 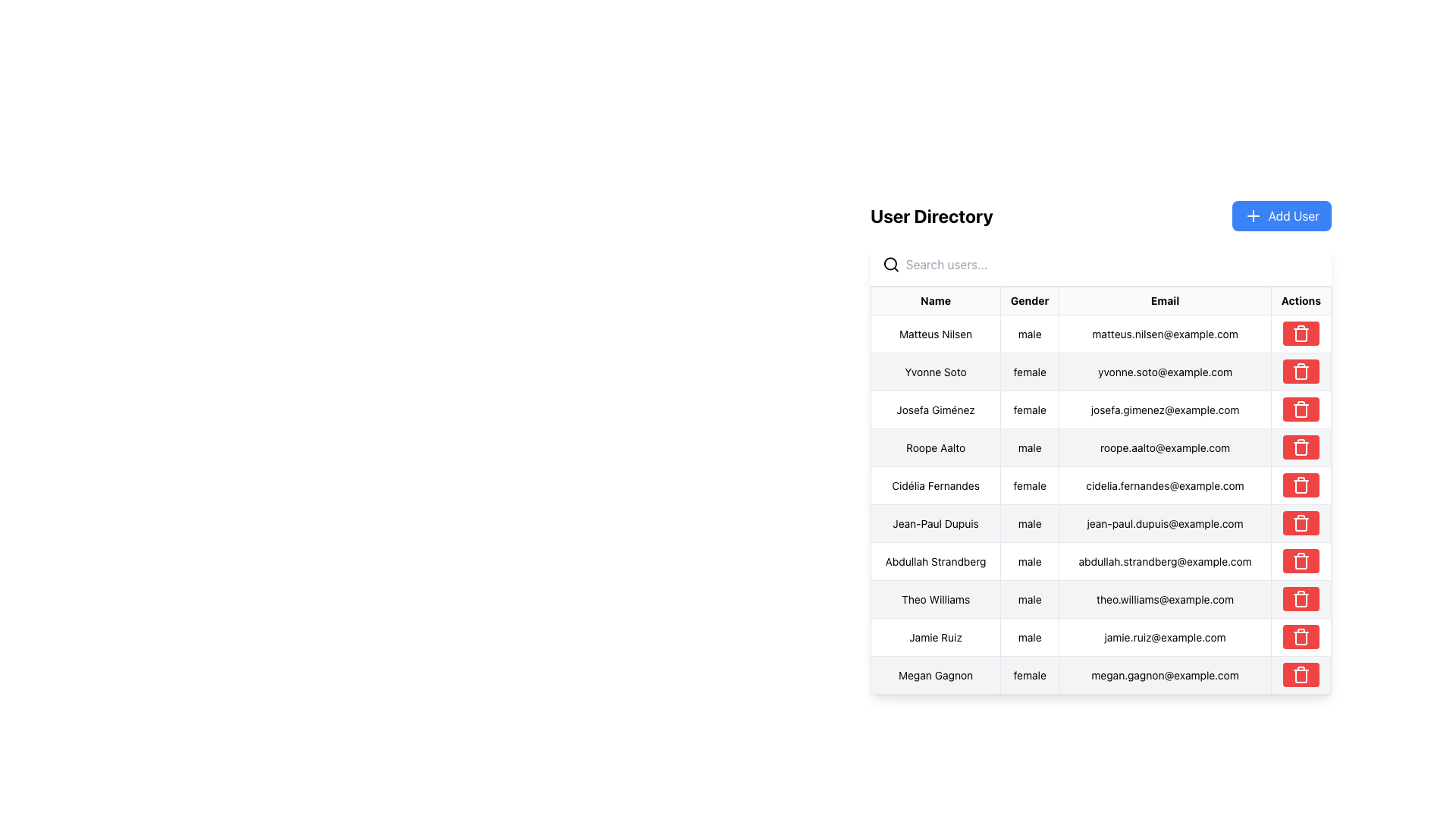 I want to click on the delete button with a trashcan icon in the Actions column for user 'Megan Gagnon', so click(x=1300, y=674).